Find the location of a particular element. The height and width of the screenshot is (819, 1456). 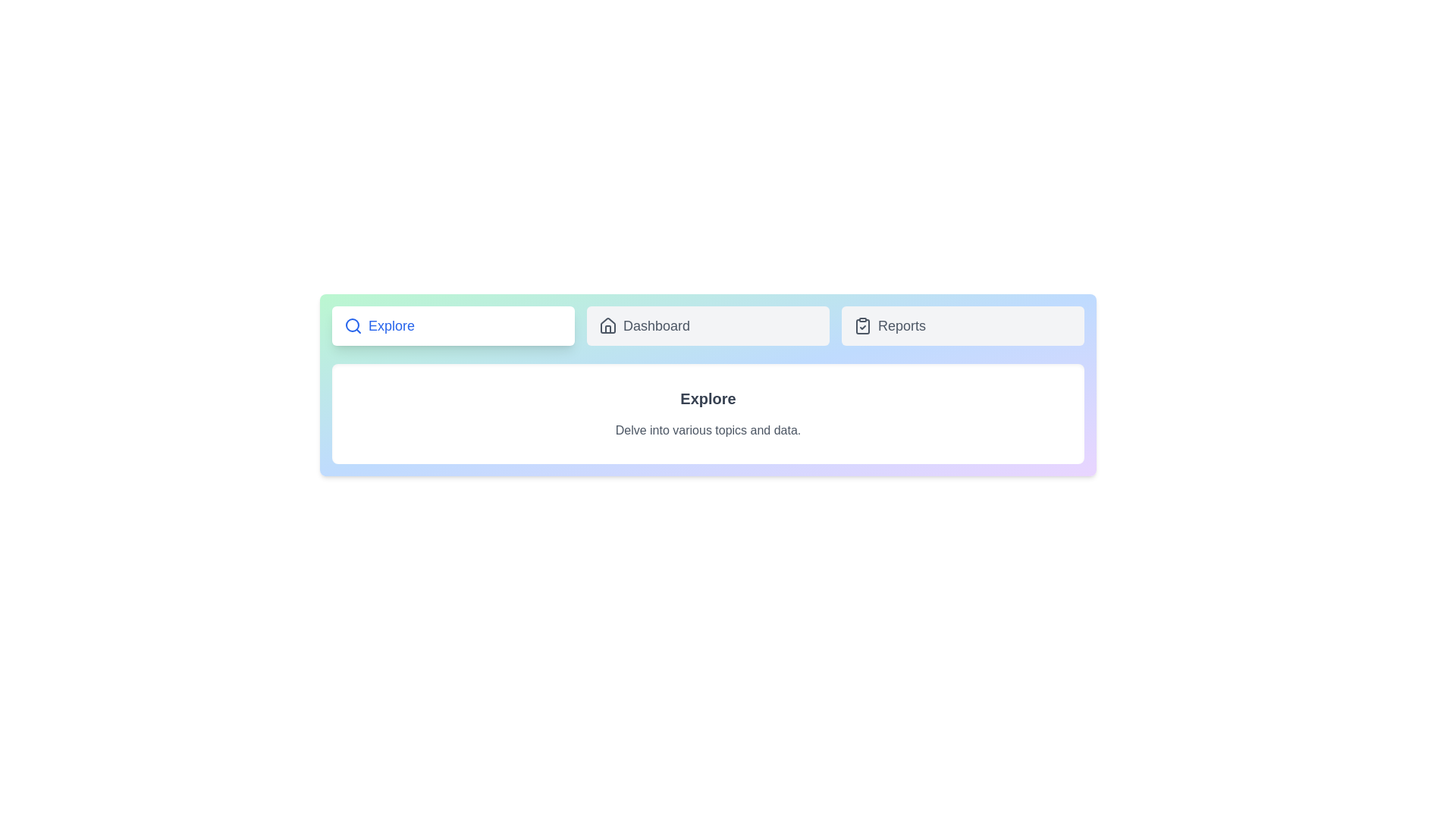

the Dashboard button to observe its hover effect is located at coordinates (708, 325).